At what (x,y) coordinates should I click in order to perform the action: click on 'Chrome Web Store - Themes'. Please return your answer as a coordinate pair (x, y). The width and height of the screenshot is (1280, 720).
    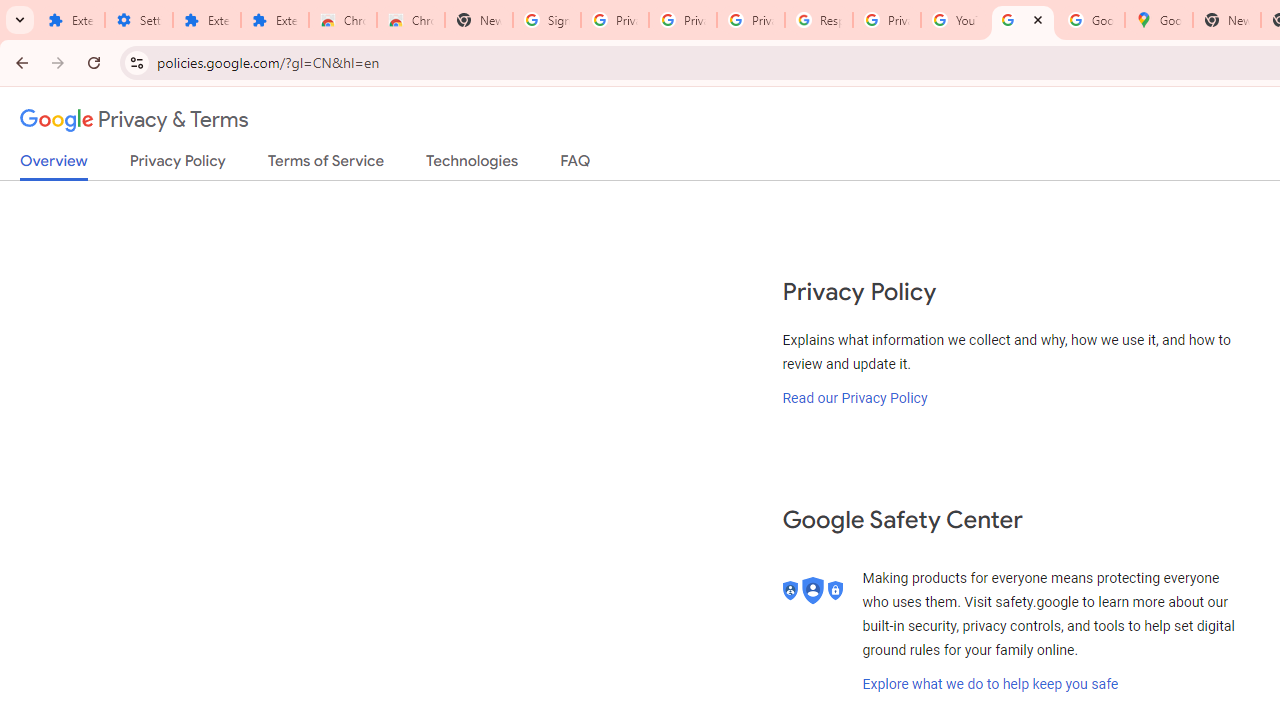
    Looking at the image, I should click on (410, 20).